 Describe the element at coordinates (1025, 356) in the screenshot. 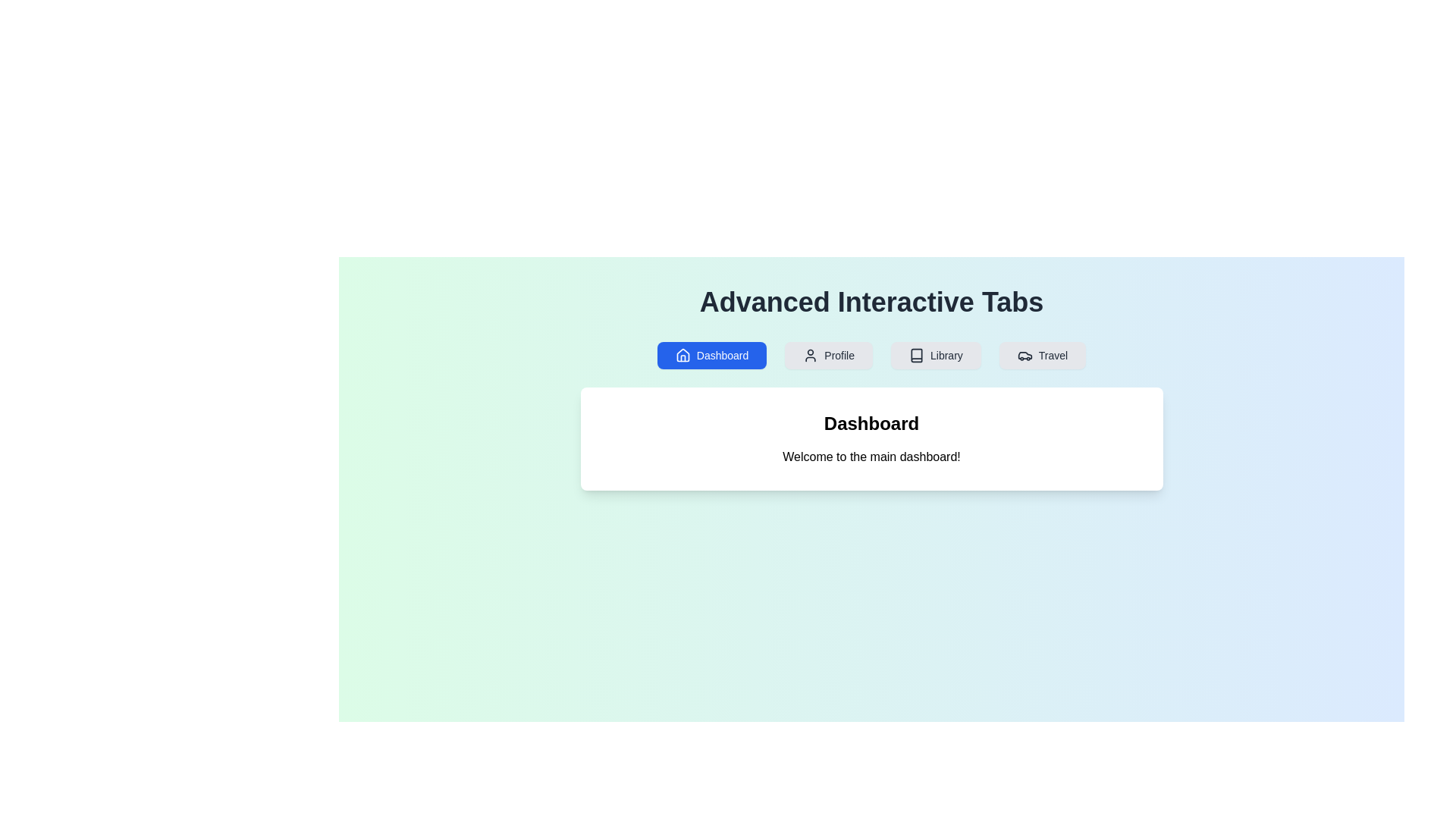

I see `the 'Travel' tab icon, which is the first graphical component in the rightmost navigation tab for travel-related functionalities` at that location.